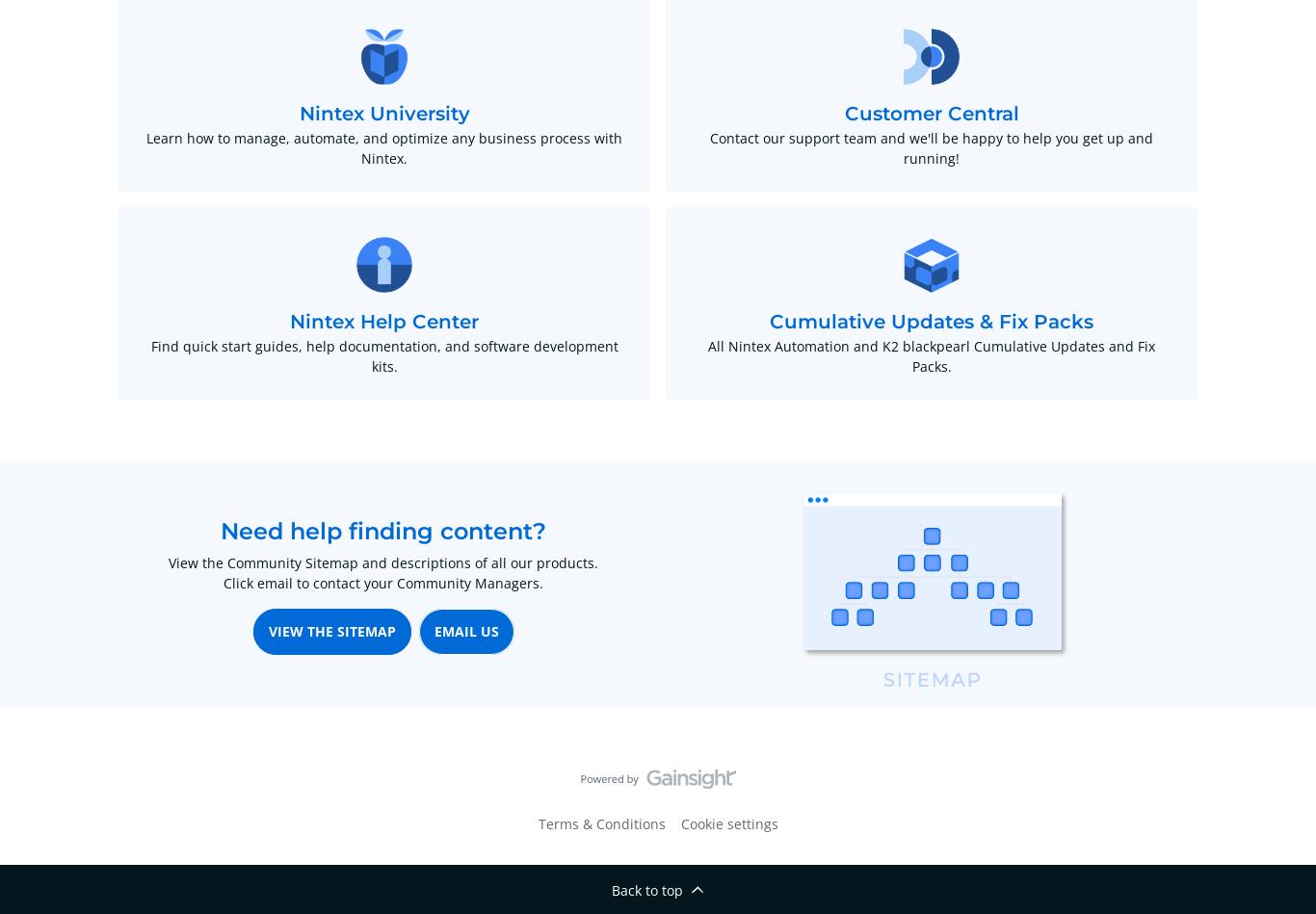  What do you see at coordinates (383, 148) in the screenshot?
I see `'Learn how to manage, automate, and optimize any business process with Nintex.'` at bounding box center [383, 148].